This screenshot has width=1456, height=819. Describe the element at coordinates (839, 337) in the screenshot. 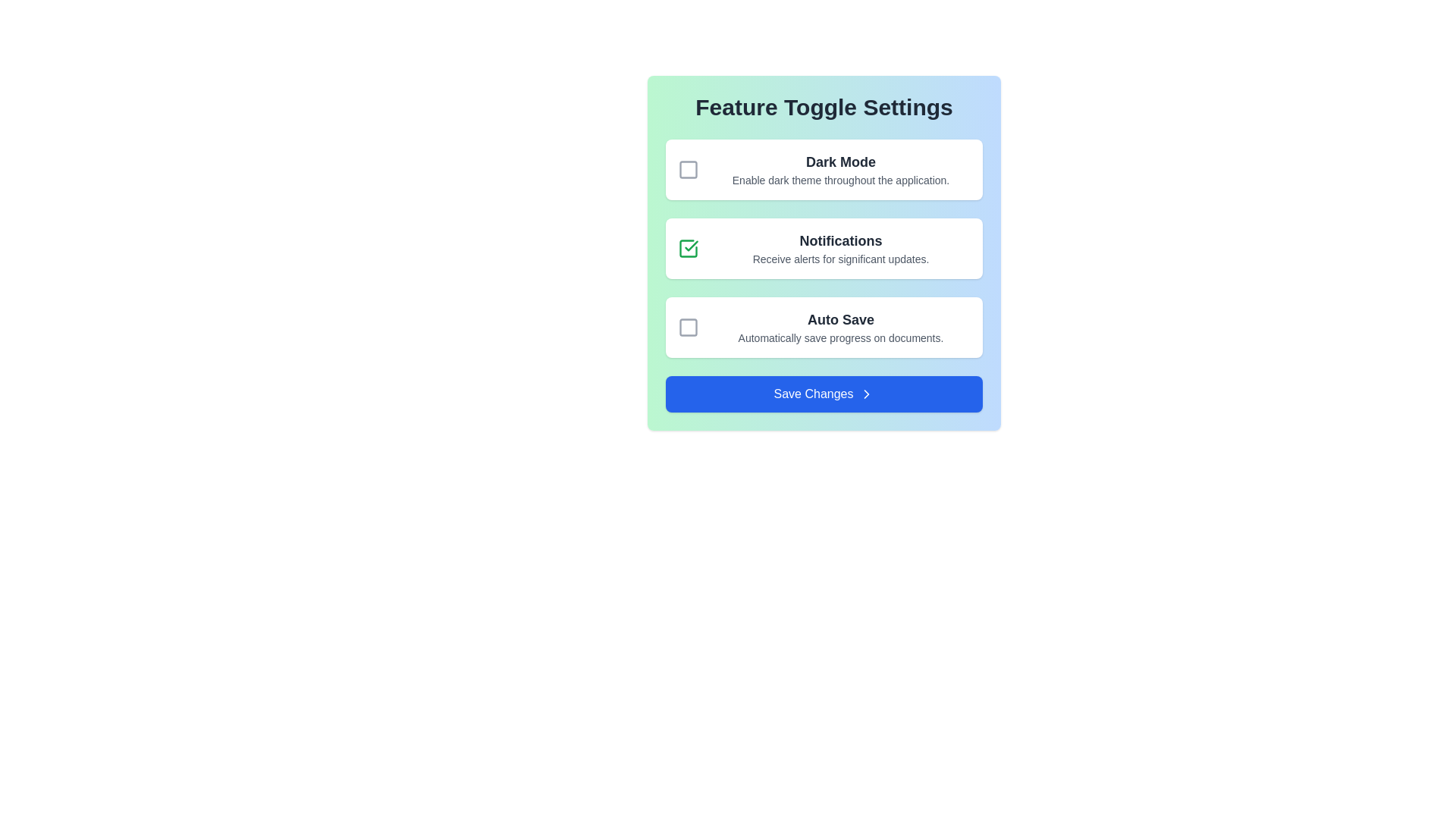

I see `the Text label that describes the 'Auto Save' feature in the settings panel, located below the 'Auto Save' heading` at that location.